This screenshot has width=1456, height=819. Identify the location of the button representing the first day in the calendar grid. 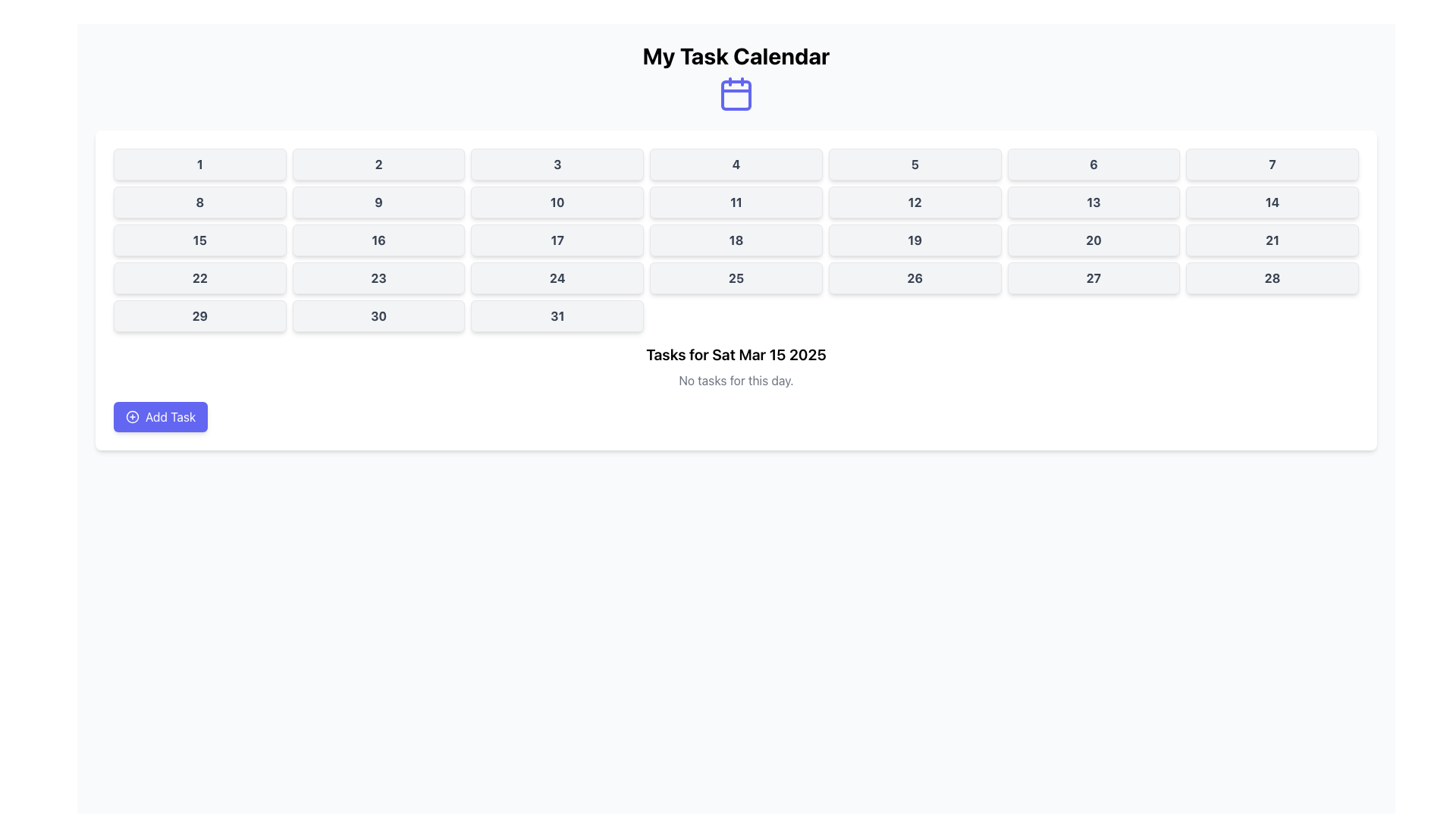
(199, 164).